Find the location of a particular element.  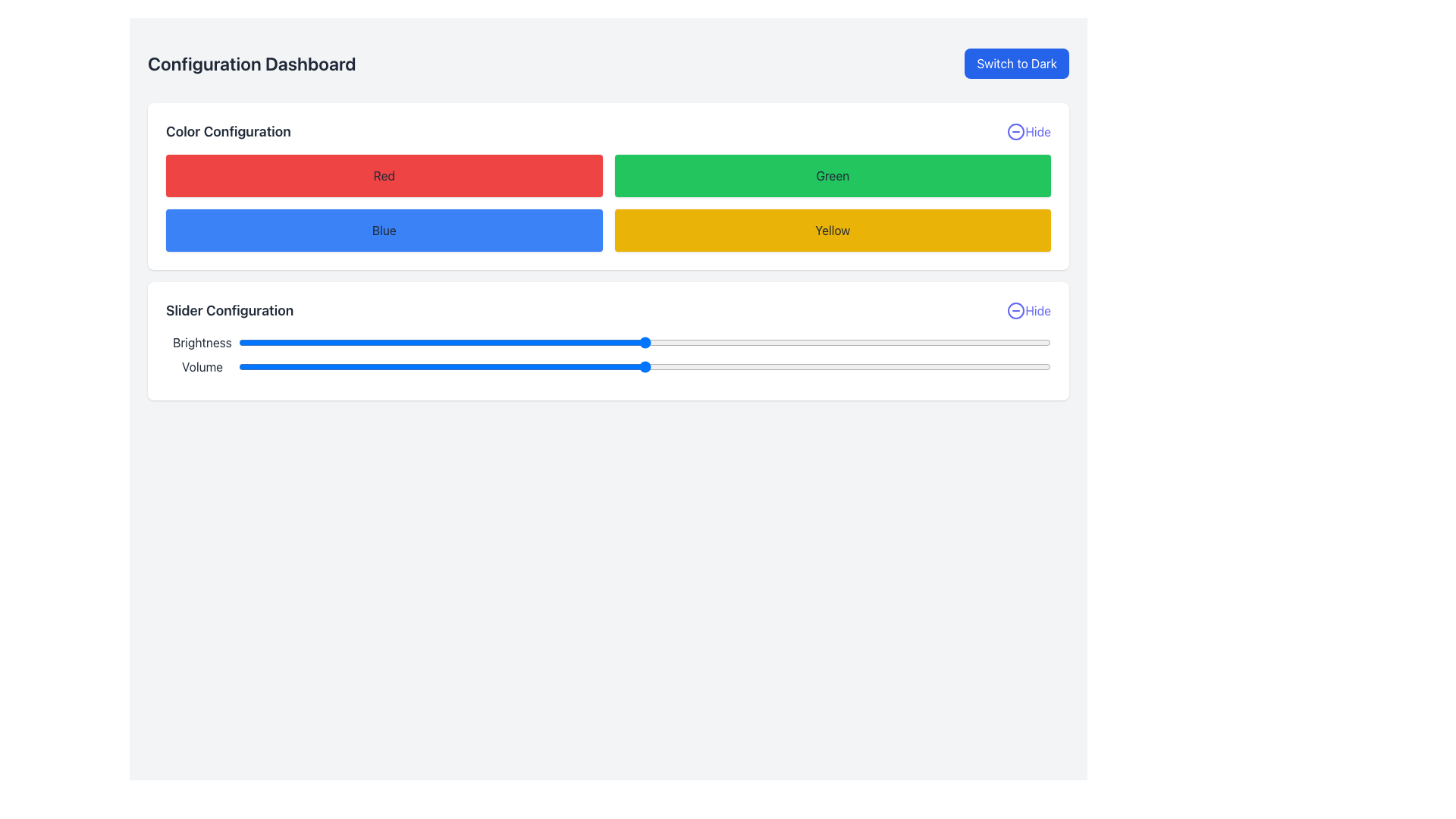

the slider value is located at coordinates (636, 366).